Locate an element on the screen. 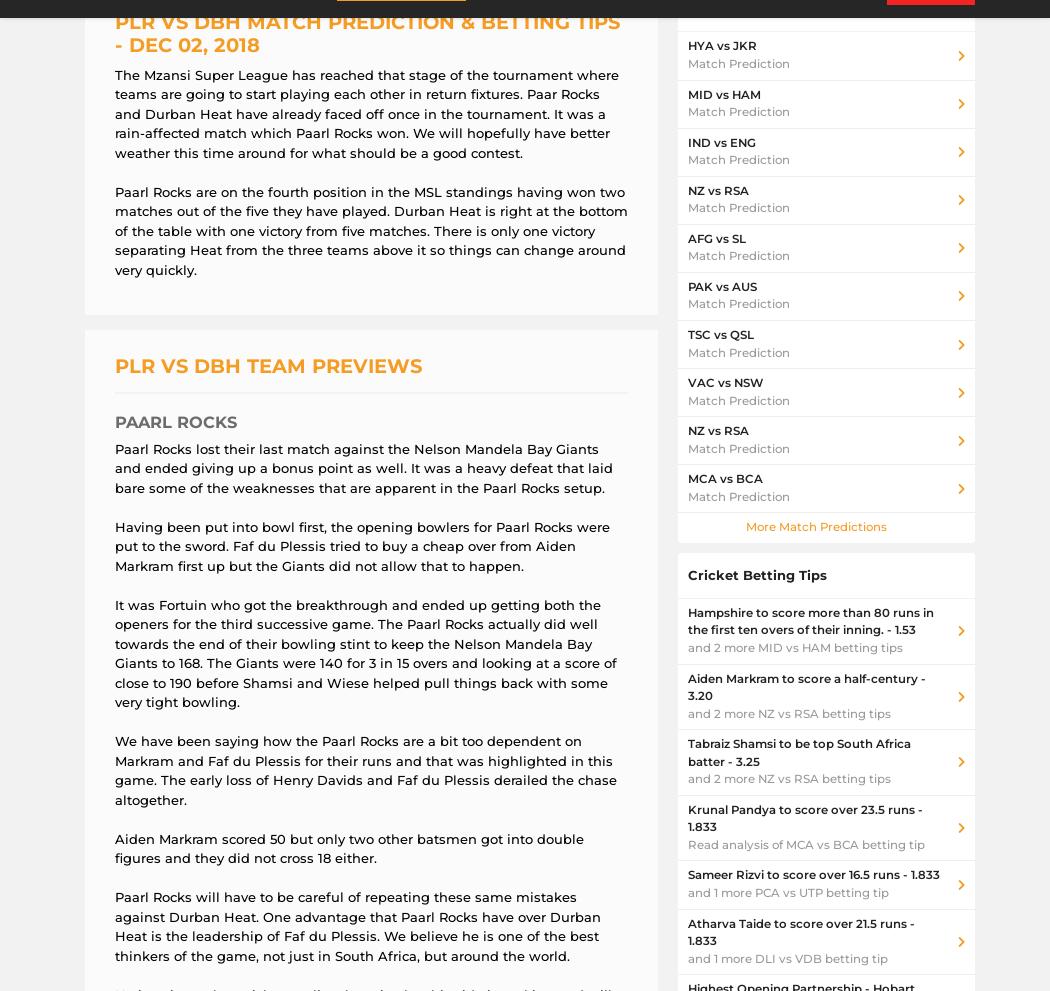  'The Mzansi Super League has reached that stage of the tournament where teams are going to start playing each other in return fixtures. Paar Rocks and Durban Heat have already faced off once in the tournament. It was a rain-affected match which Paarl Rocks won. We will hopefully have better weather this time around for what should be a good contest.' is located at coordinates (365, 111).